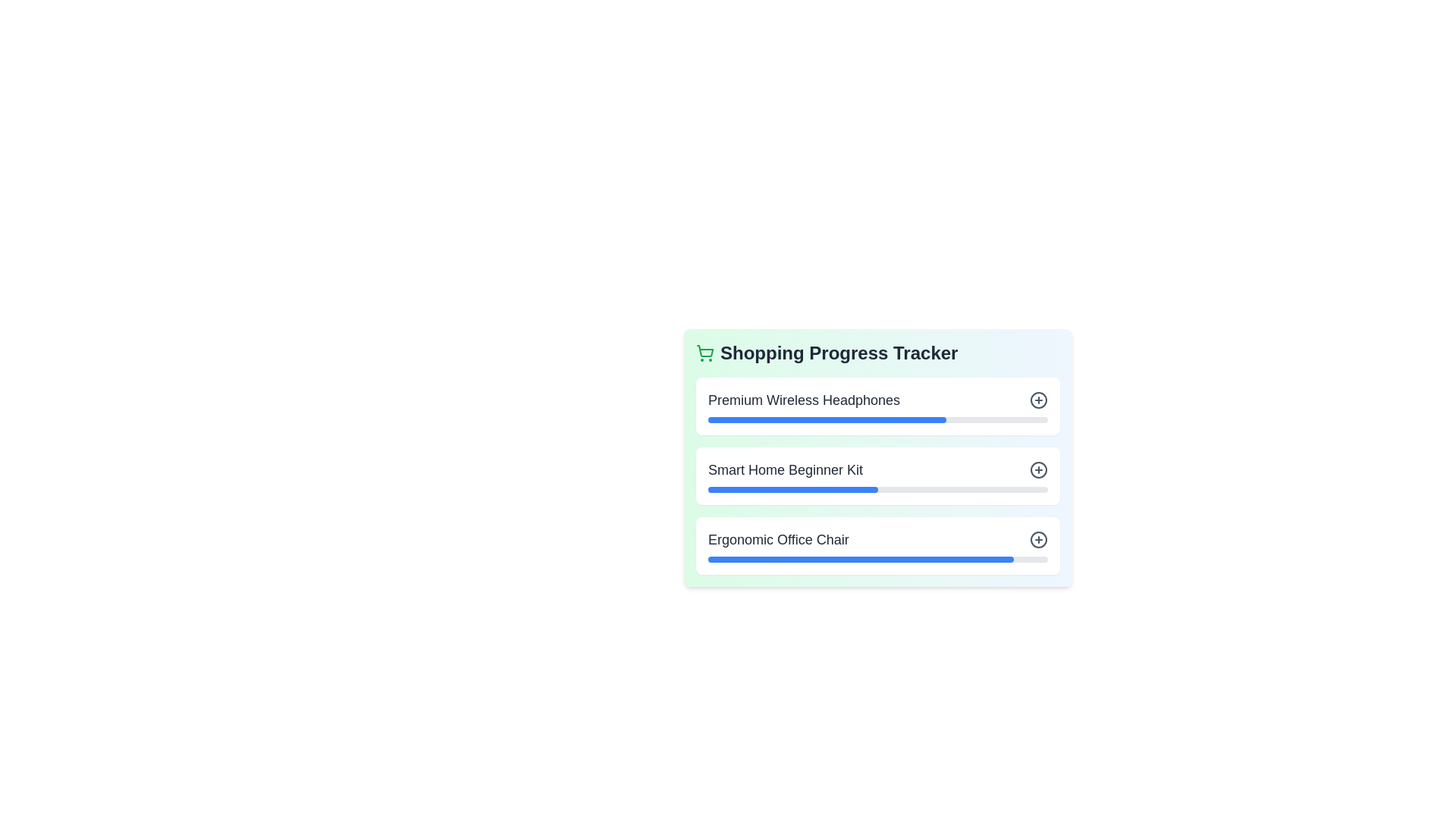  I want to click on the product name 'Premium Wireless Headphones' in the first row of the 'Shopping Progress Tracker' card, so click(877, 400).